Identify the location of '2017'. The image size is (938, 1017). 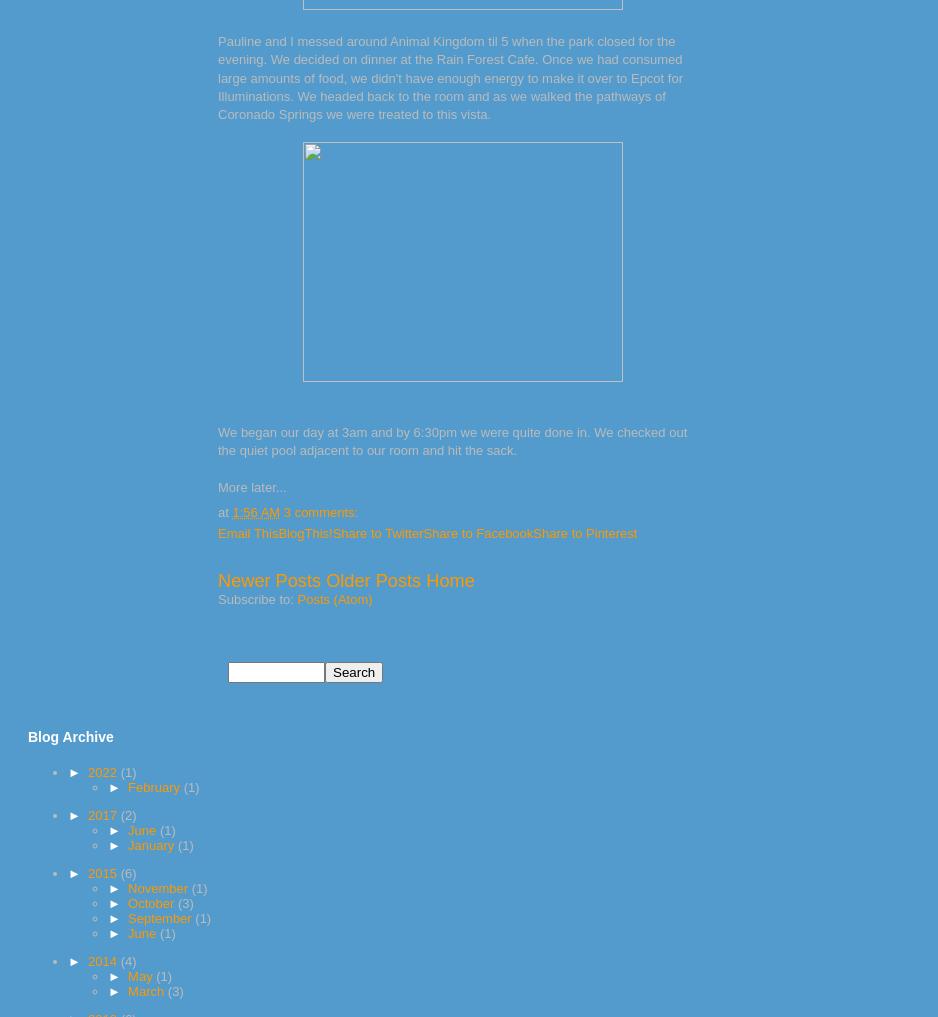
(103, 814).